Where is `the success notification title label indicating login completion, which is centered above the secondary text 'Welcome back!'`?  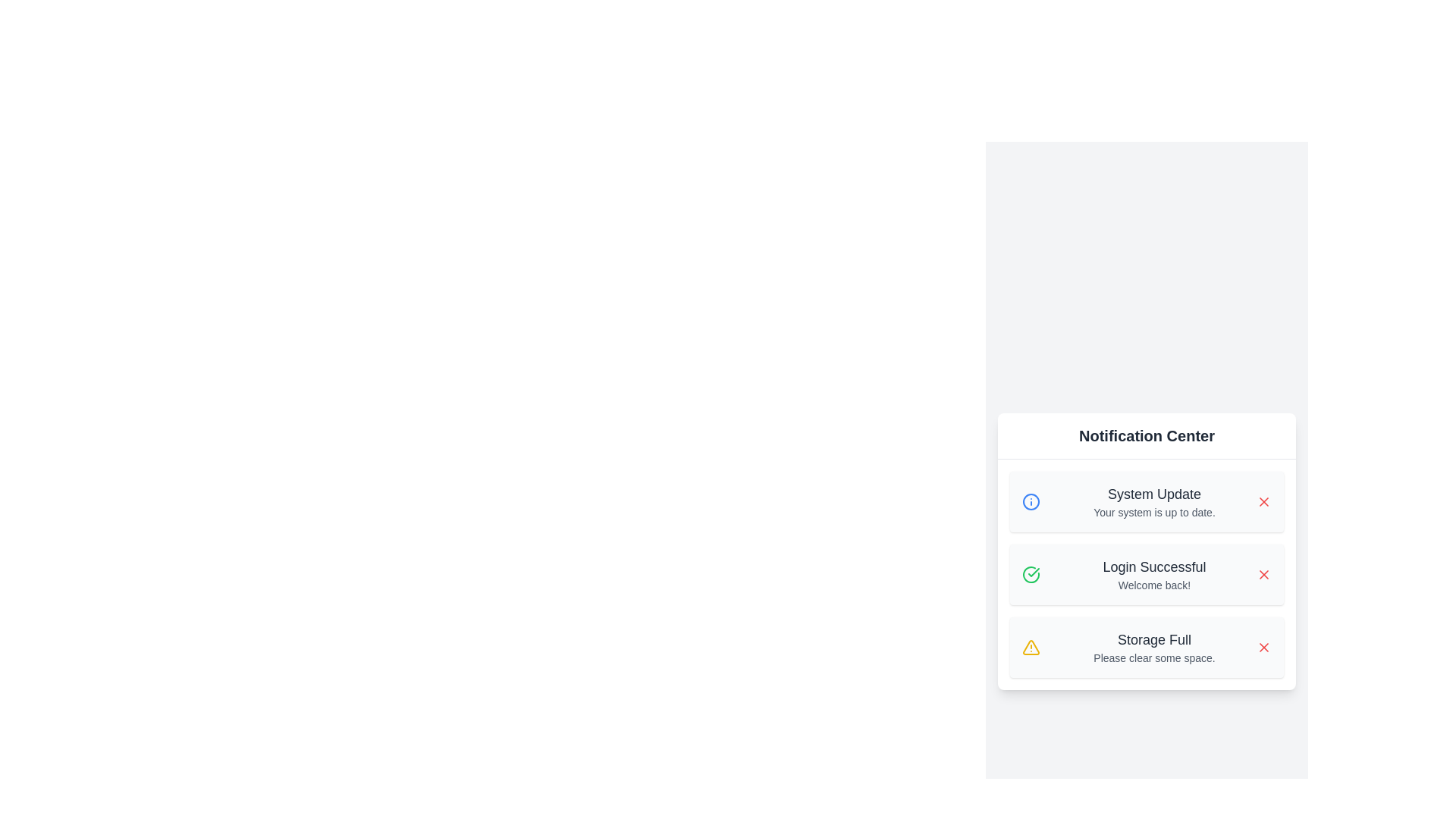
the success notification title label indicating login completion, which is centered above the secondary text 'Welcome back!' is located at coordinates (1153, 566).